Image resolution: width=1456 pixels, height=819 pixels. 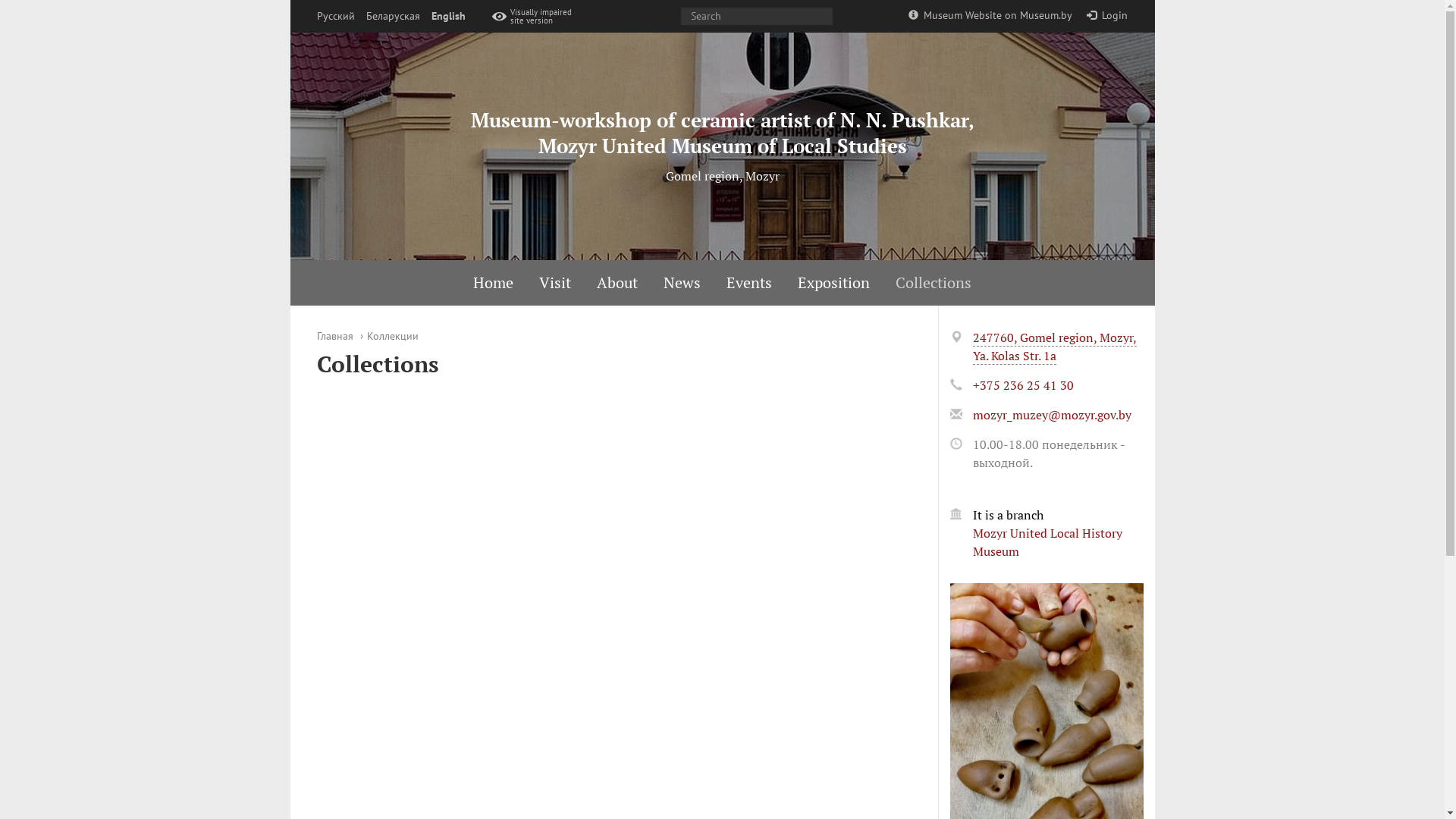 I want to click on 'About', so click(x=617, y=283).